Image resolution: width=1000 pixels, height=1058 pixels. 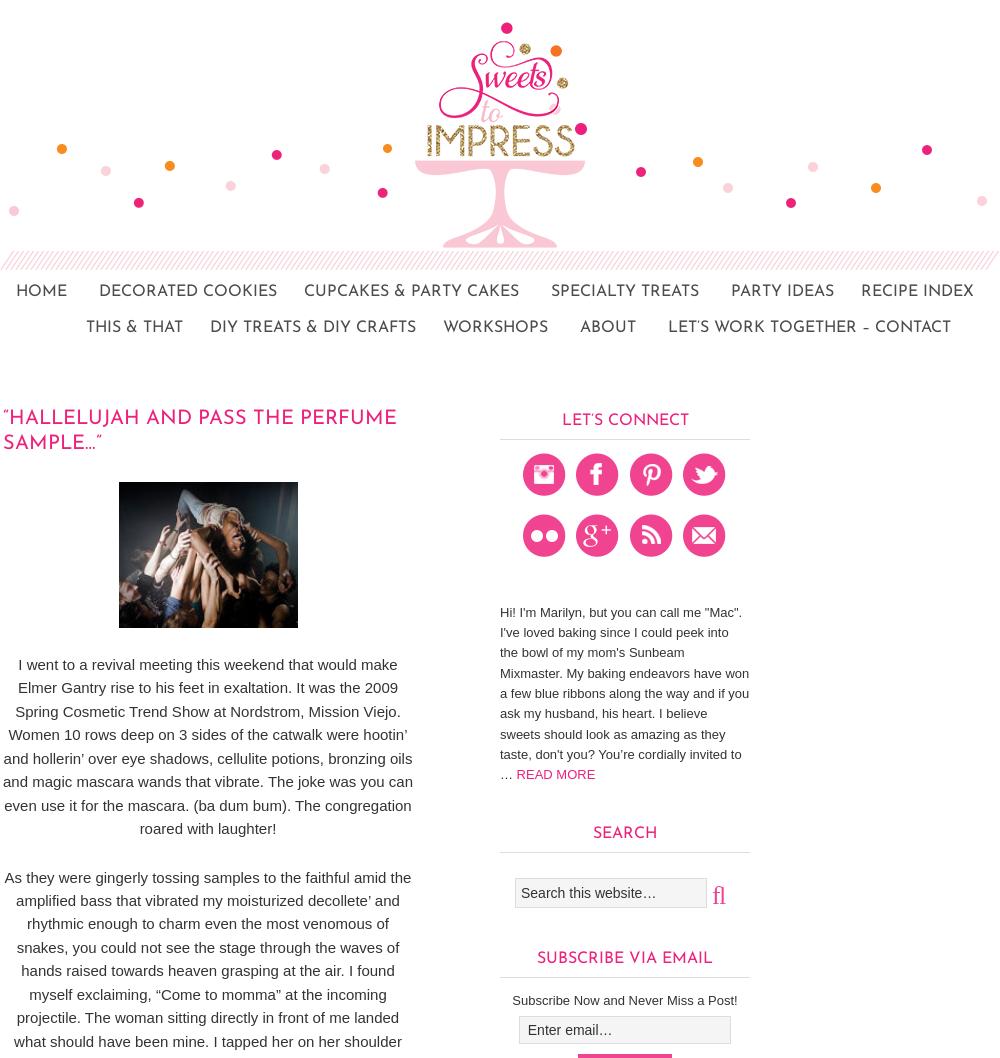 I want to click on 'Specialty Treats', so click(x=625, y=291).